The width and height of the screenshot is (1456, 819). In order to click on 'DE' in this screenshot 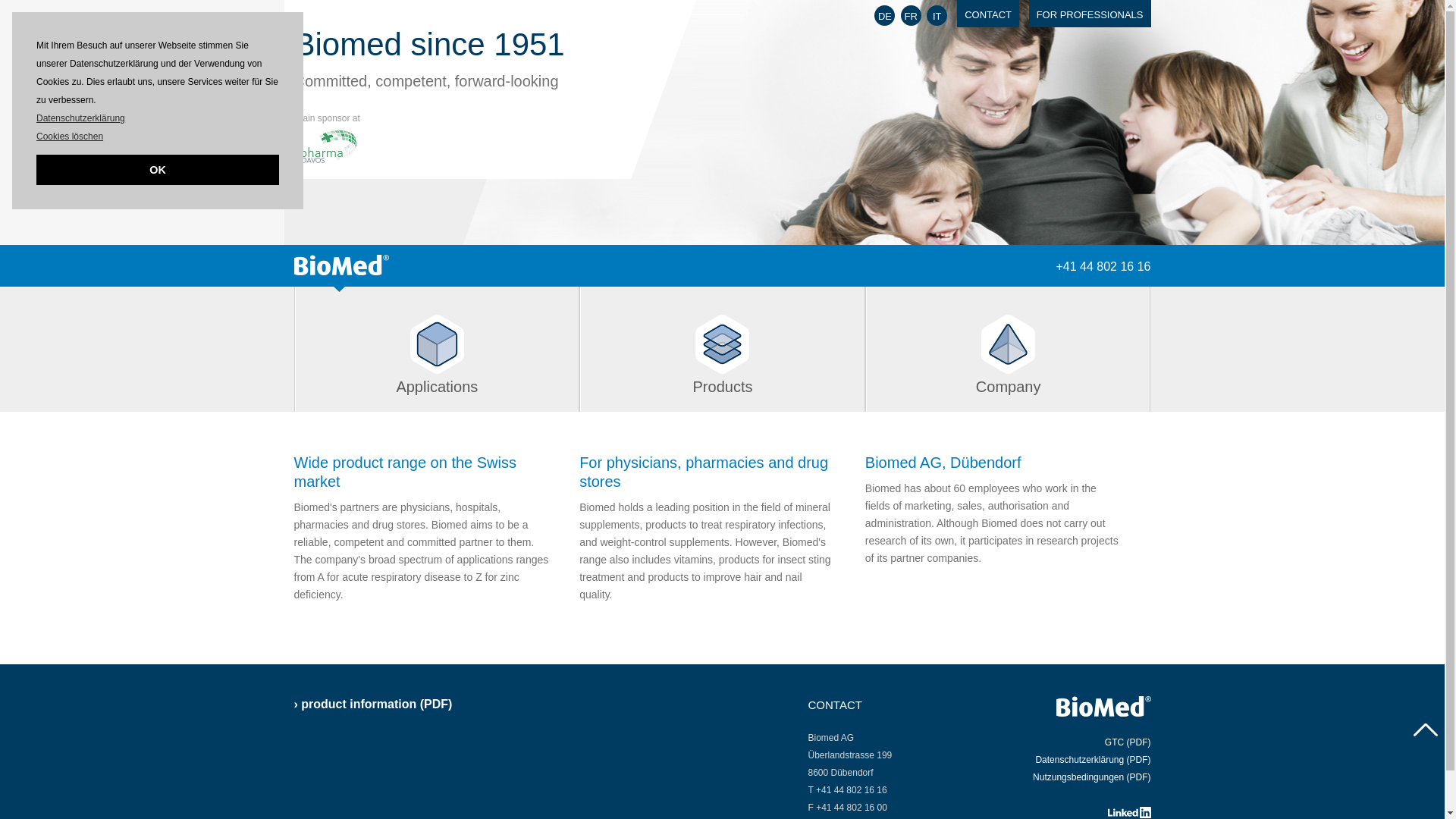, I will do `click(884, 15)`.